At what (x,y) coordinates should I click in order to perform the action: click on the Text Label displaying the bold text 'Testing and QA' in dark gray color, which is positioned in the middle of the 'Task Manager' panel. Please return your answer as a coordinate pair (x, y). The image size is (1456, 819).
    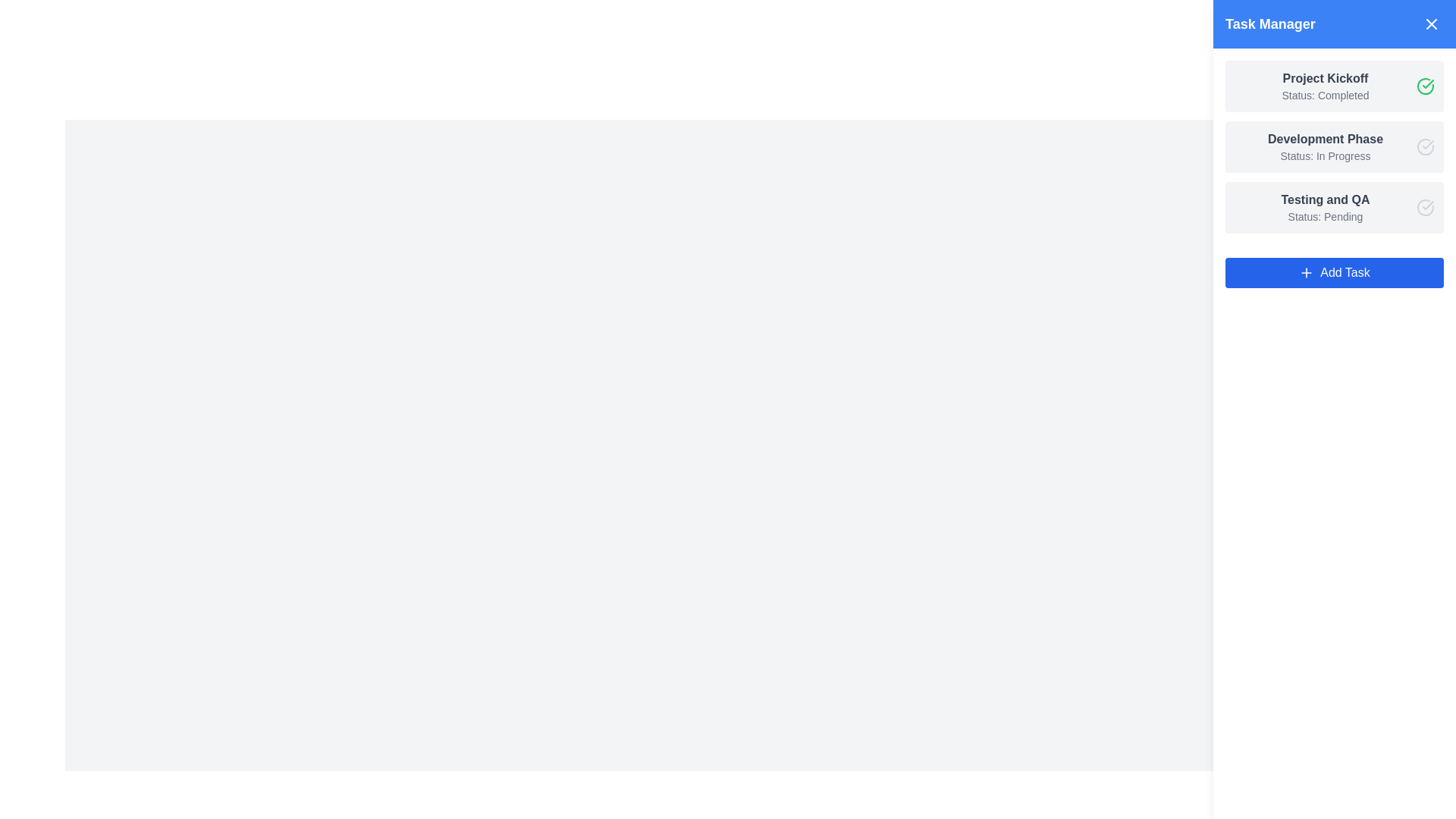
    Looking at the image, I should click on (1324, 199).